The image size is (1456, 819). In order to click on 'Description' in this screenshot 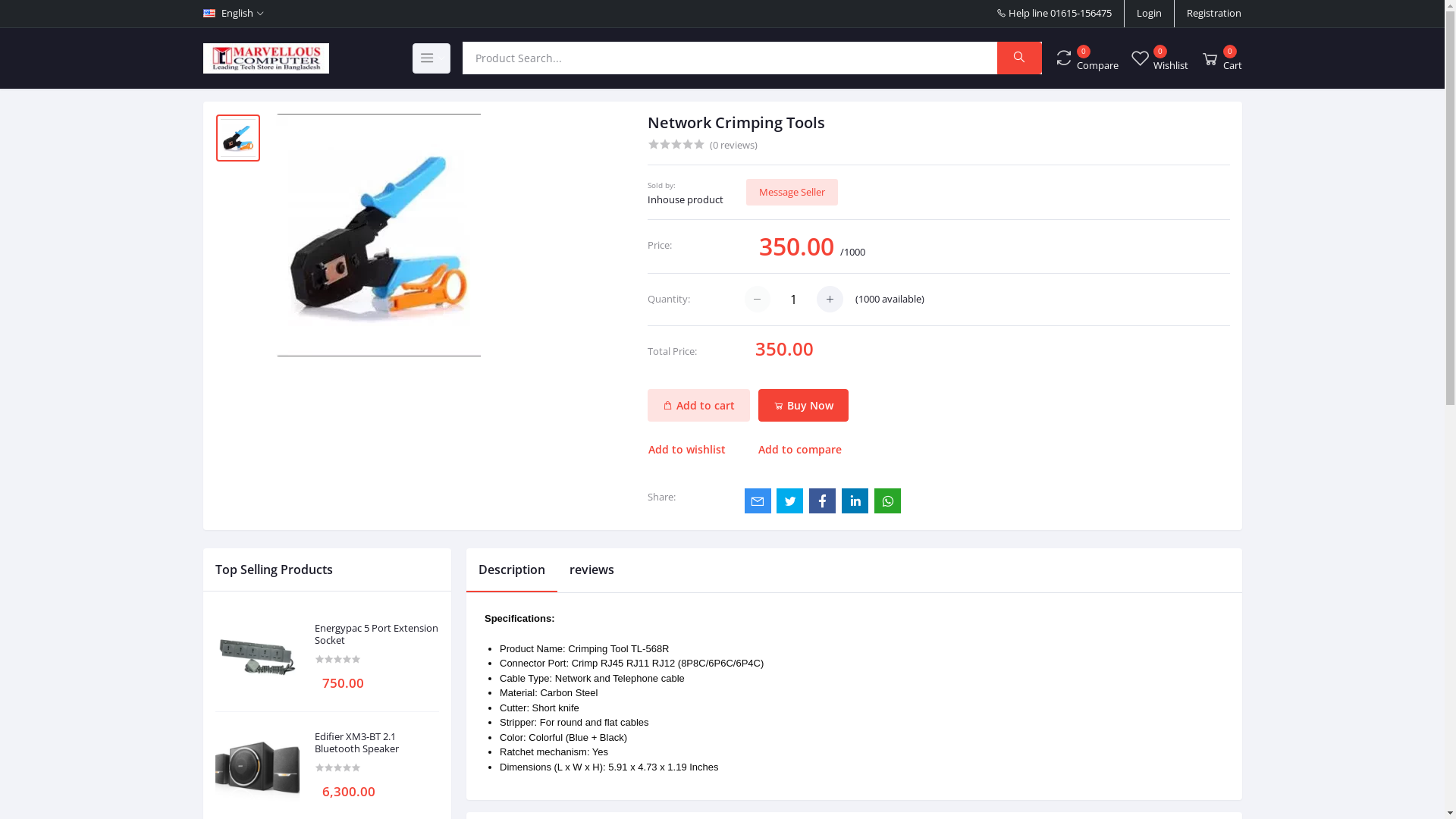, I will do `click(512, 570)`.